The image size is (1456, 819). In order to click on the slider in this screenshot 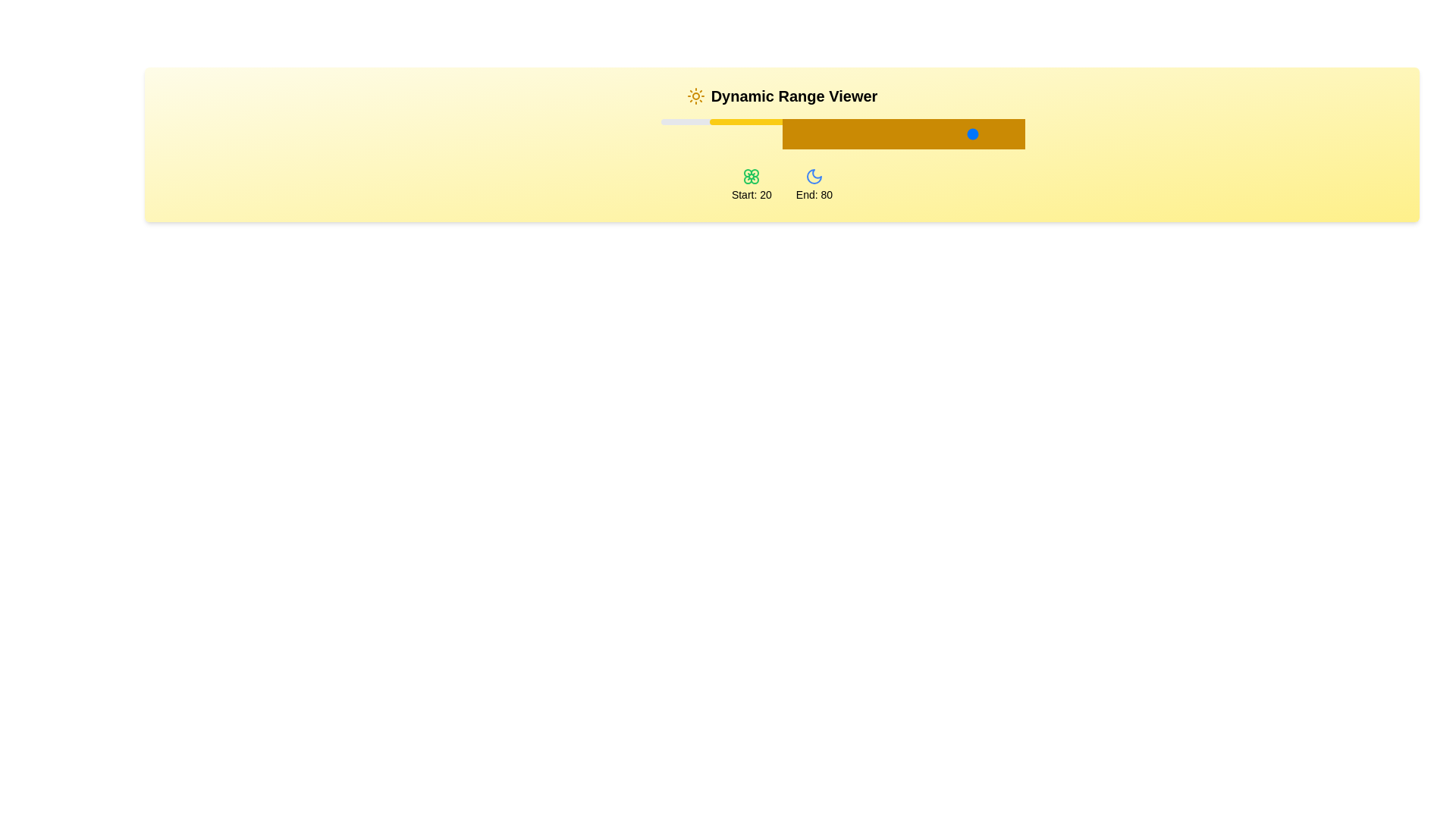, I will do `click(881, 121)`.